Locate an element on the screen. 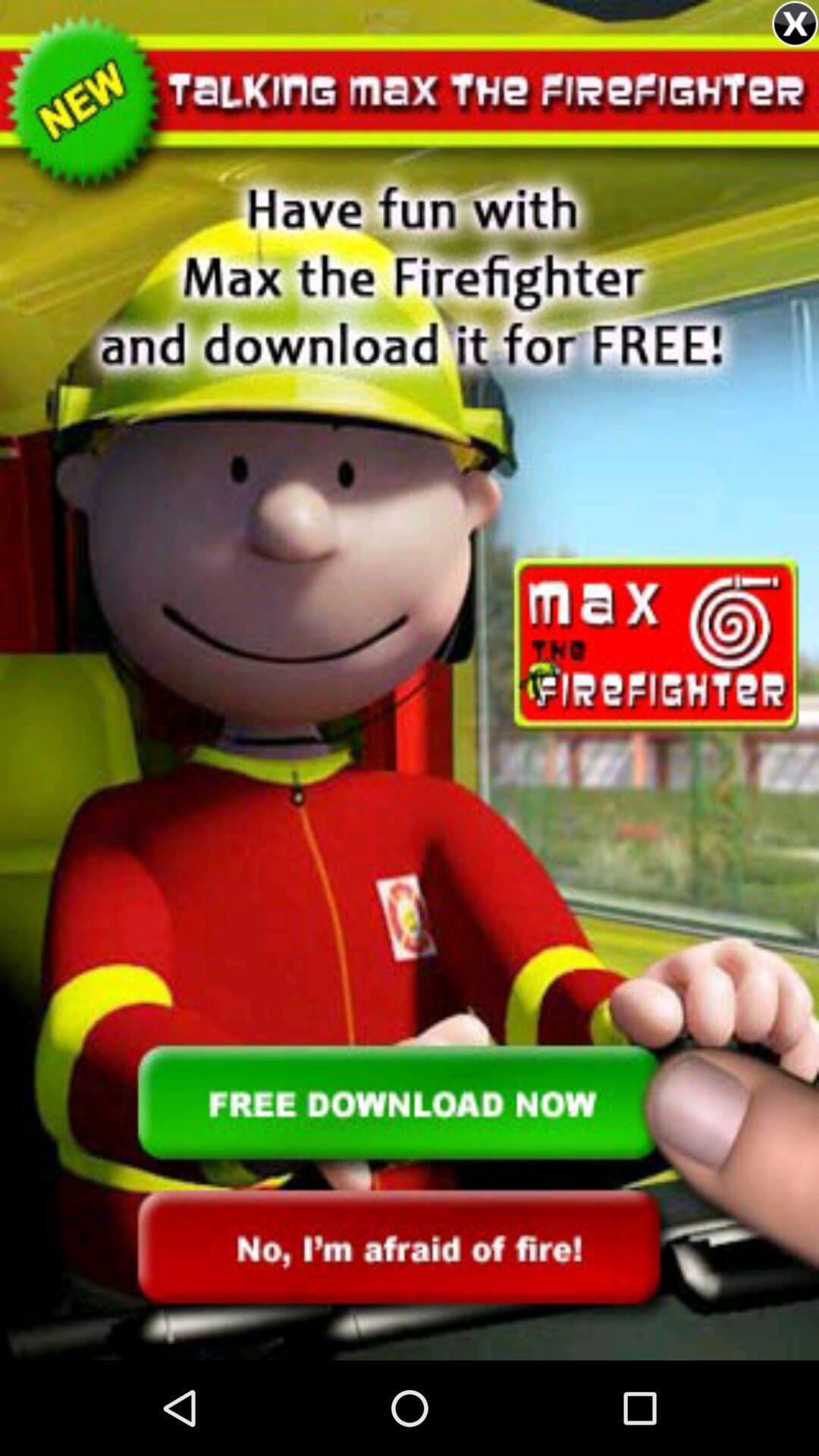 The width and height of the screenshot is (819, 1456). the close icon is located at coordinates (794, 25).